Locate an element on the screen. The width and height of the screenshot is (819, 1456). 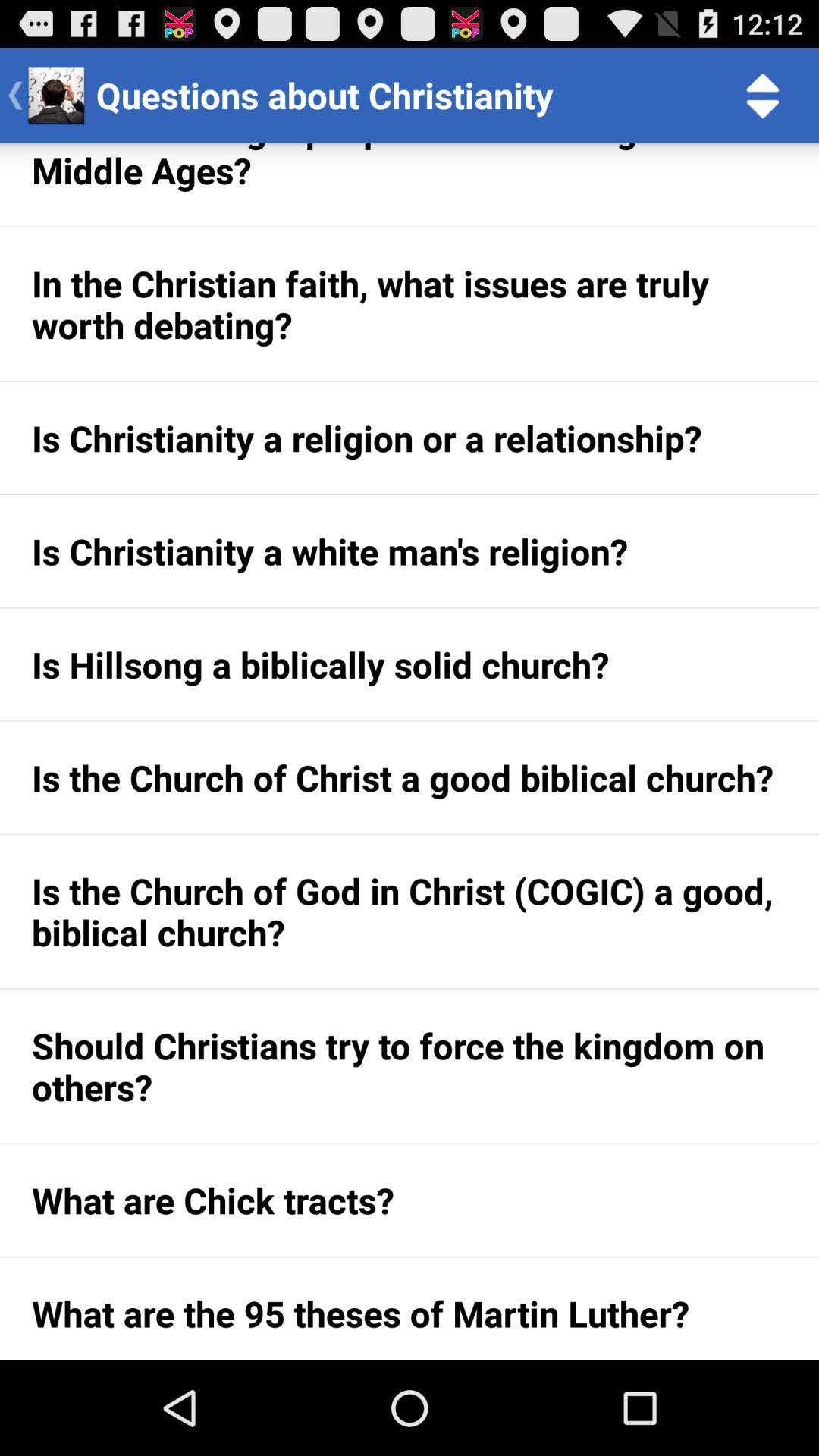
the app above what are chick app is located at coordinates (409, 1065).